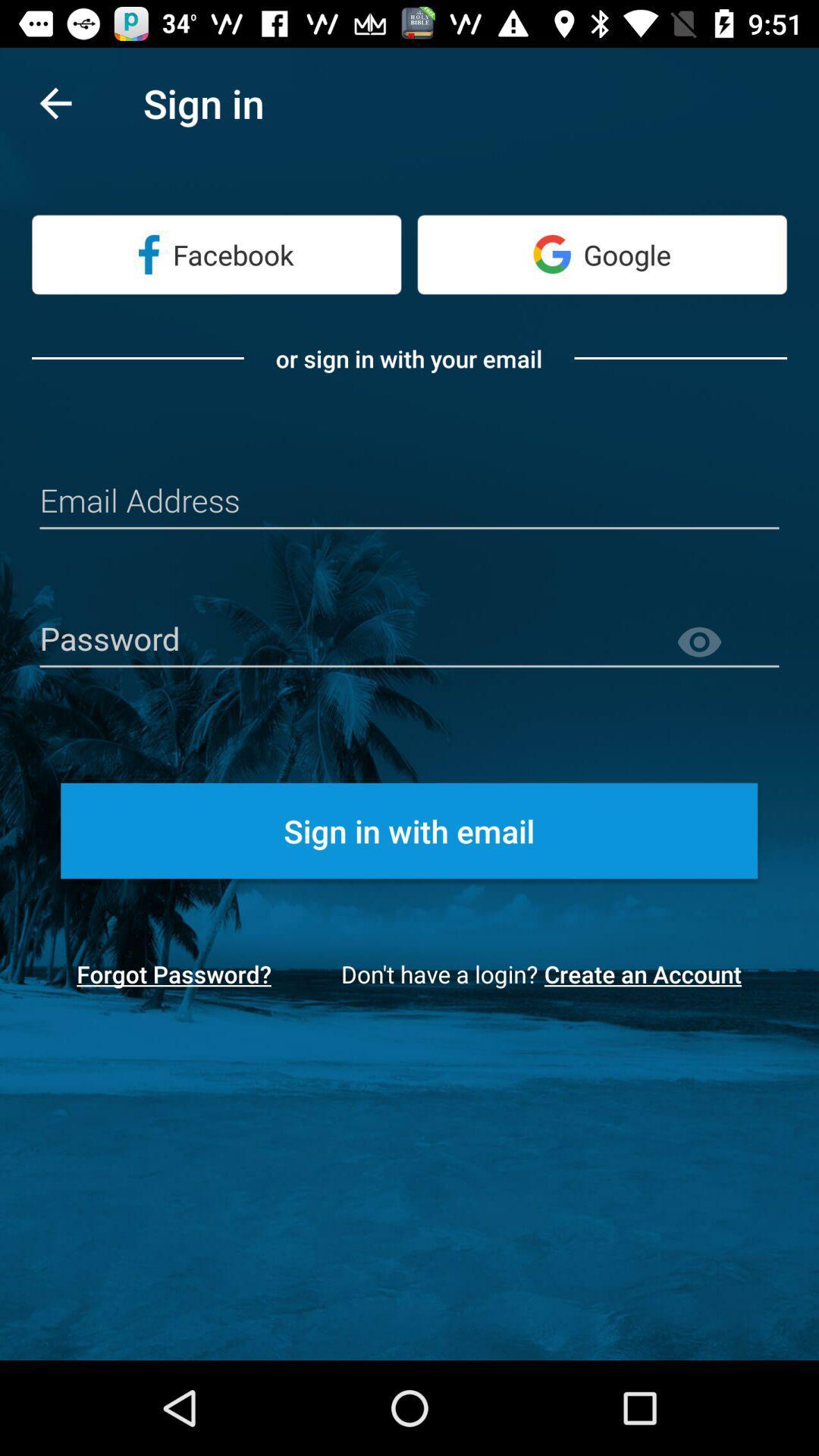 The image size is (819, 1456). Describe the element at coordinates (409, 640) in the screenshot. I see `password` at that location.